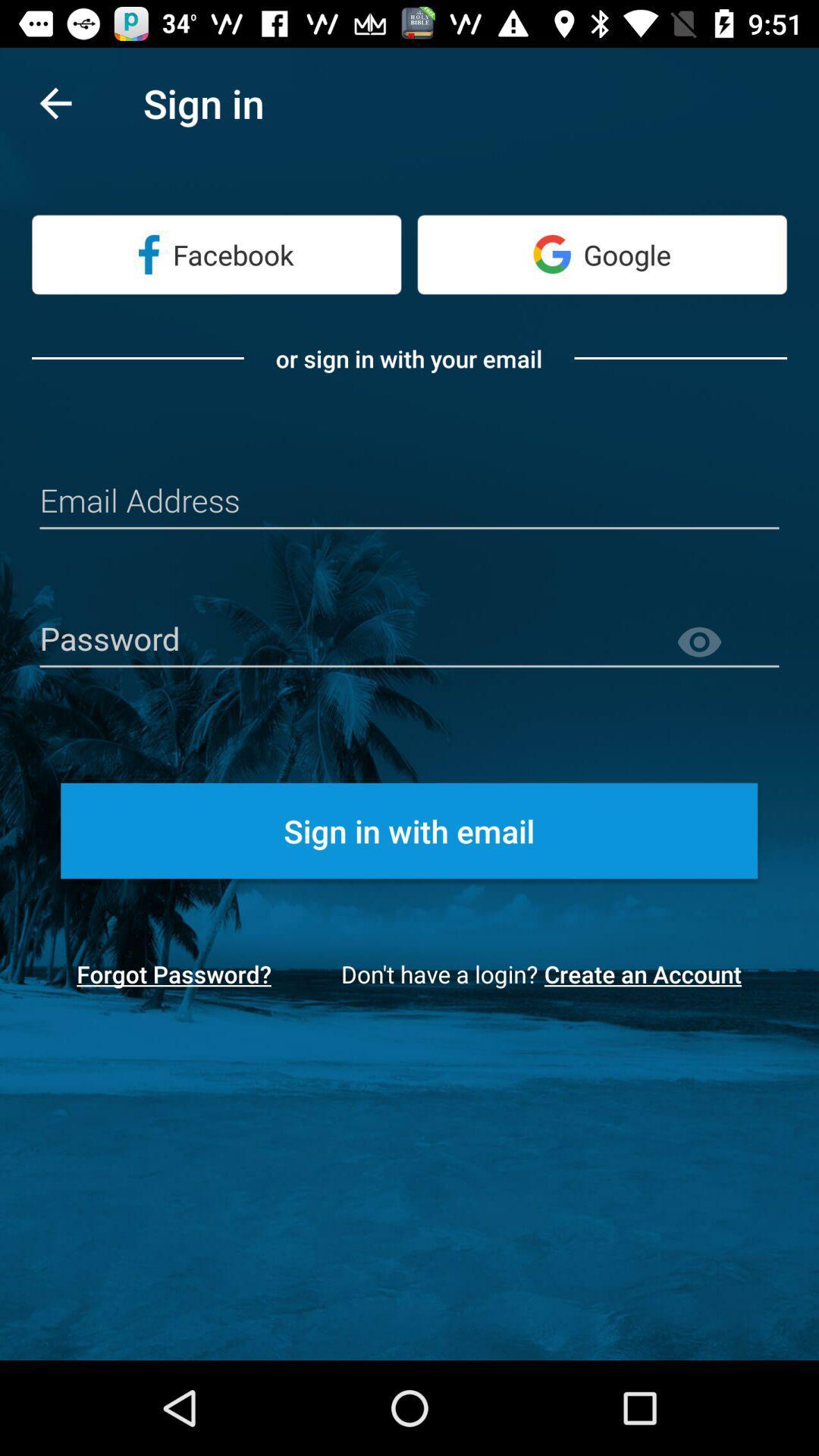 The image size is (819, 1456). Describe the element at coordinates (409, 640) in the screenshot. I see `password` at that location.